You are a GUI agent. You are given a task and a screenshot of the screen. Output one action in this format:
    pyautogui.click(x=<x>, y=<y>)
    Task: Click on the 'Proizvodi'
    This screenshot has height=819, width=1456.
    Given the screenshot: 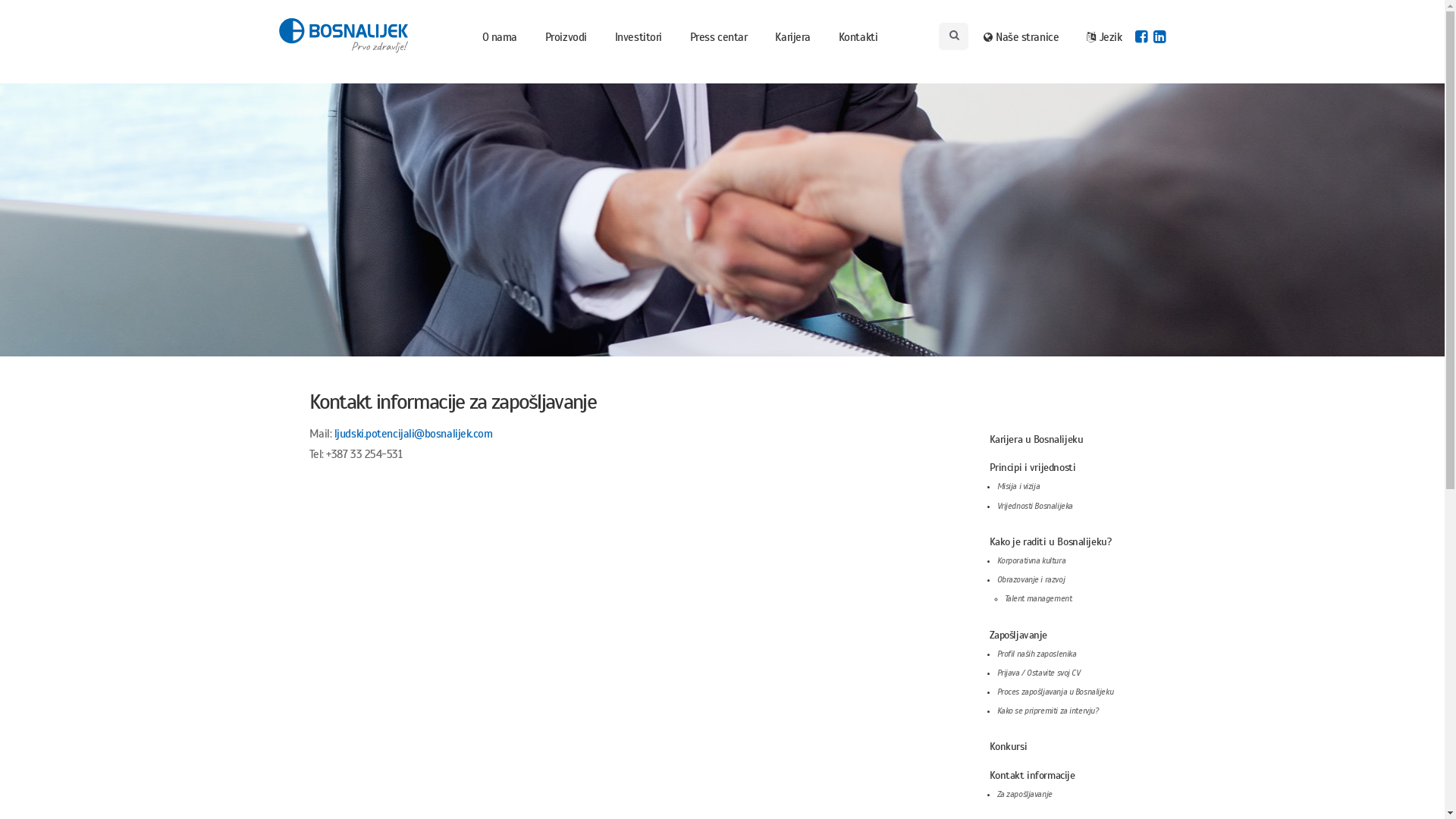 What is the action you would take?
    pyautogui.click(x=565, y=36)
    